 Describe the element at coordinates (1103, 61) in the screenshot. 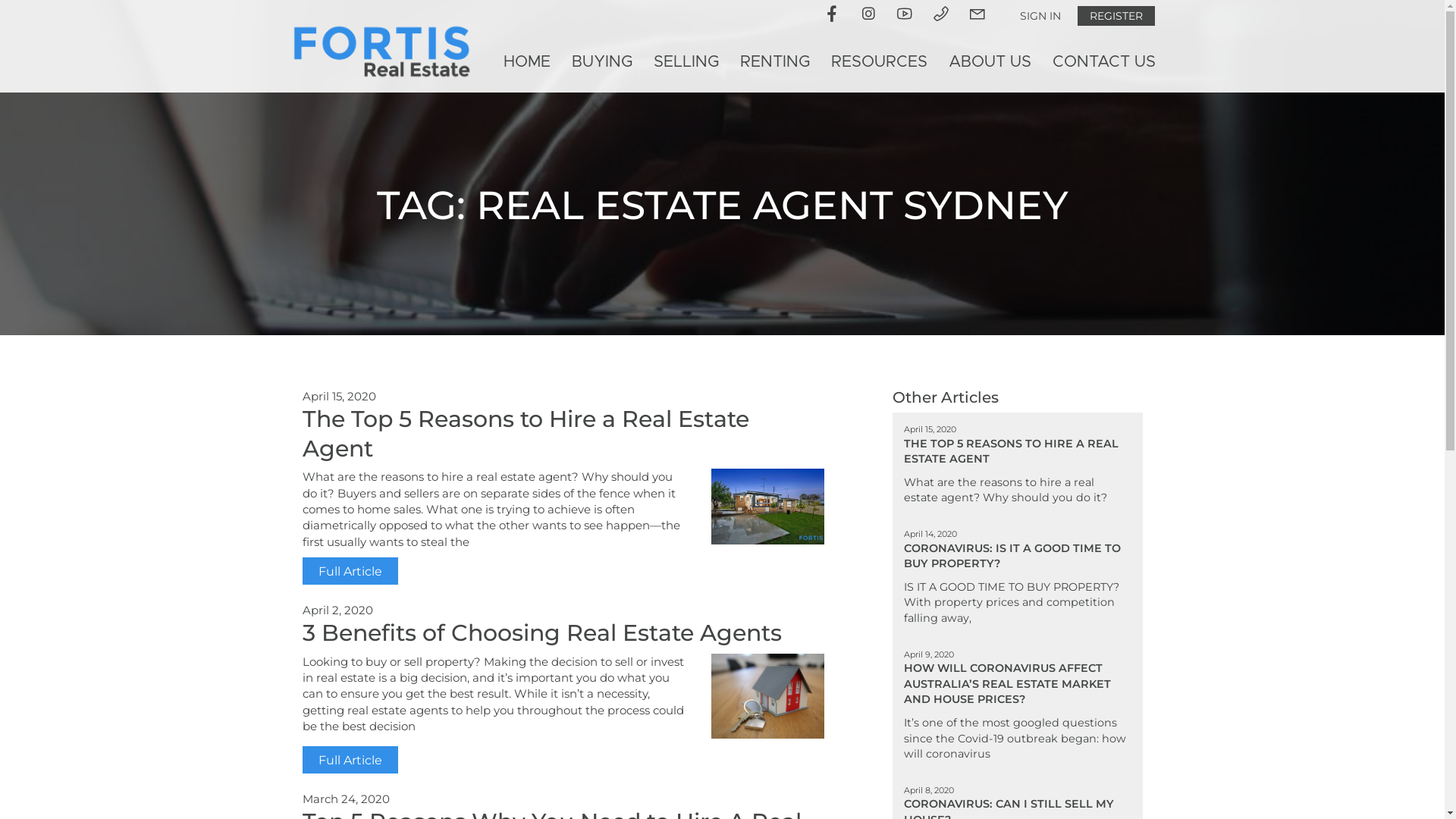

I see `'CONTACT US'` at that location.